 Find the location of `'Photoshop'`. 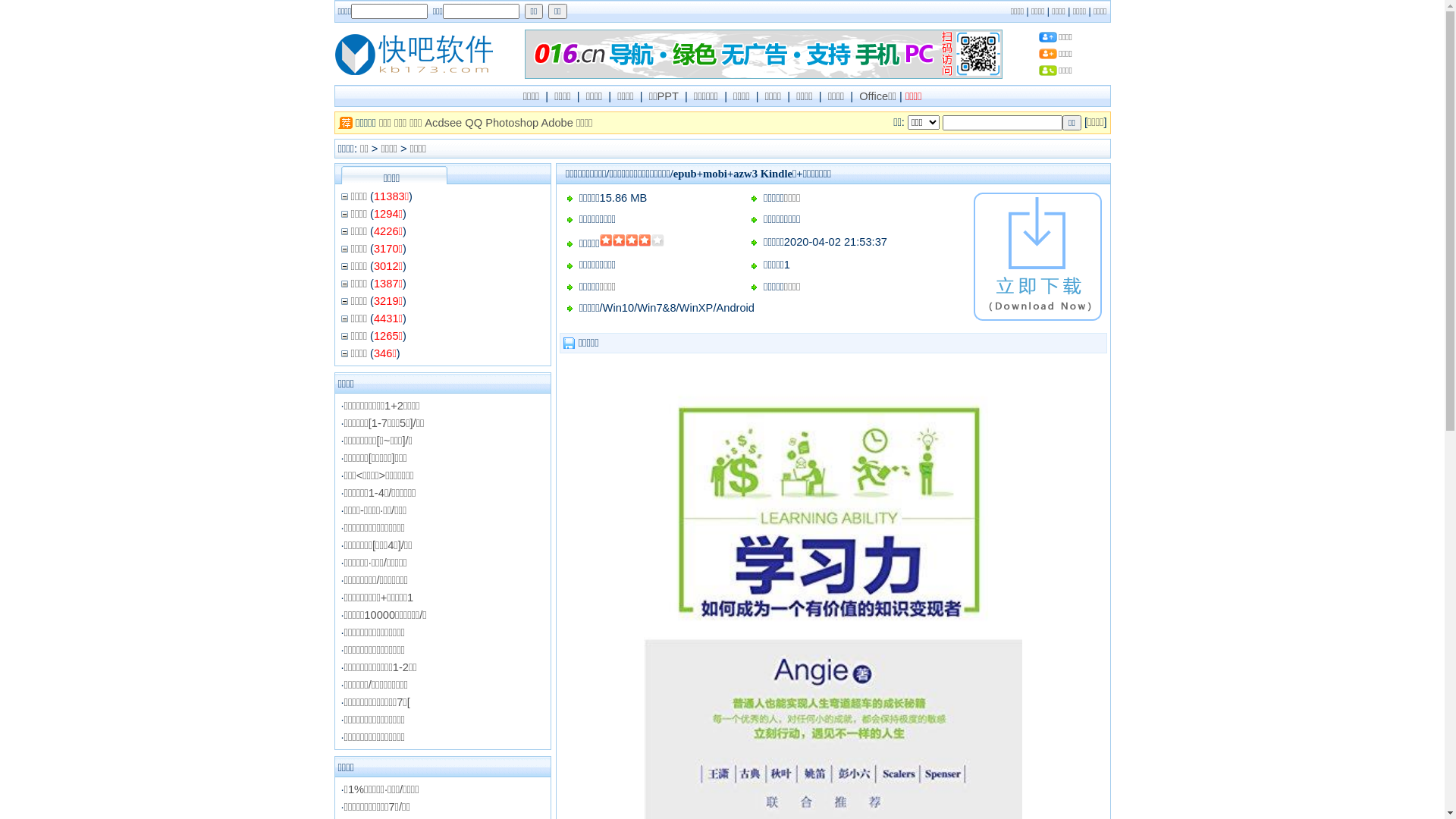

'Photoshop' is located at coordinates (512, 122).